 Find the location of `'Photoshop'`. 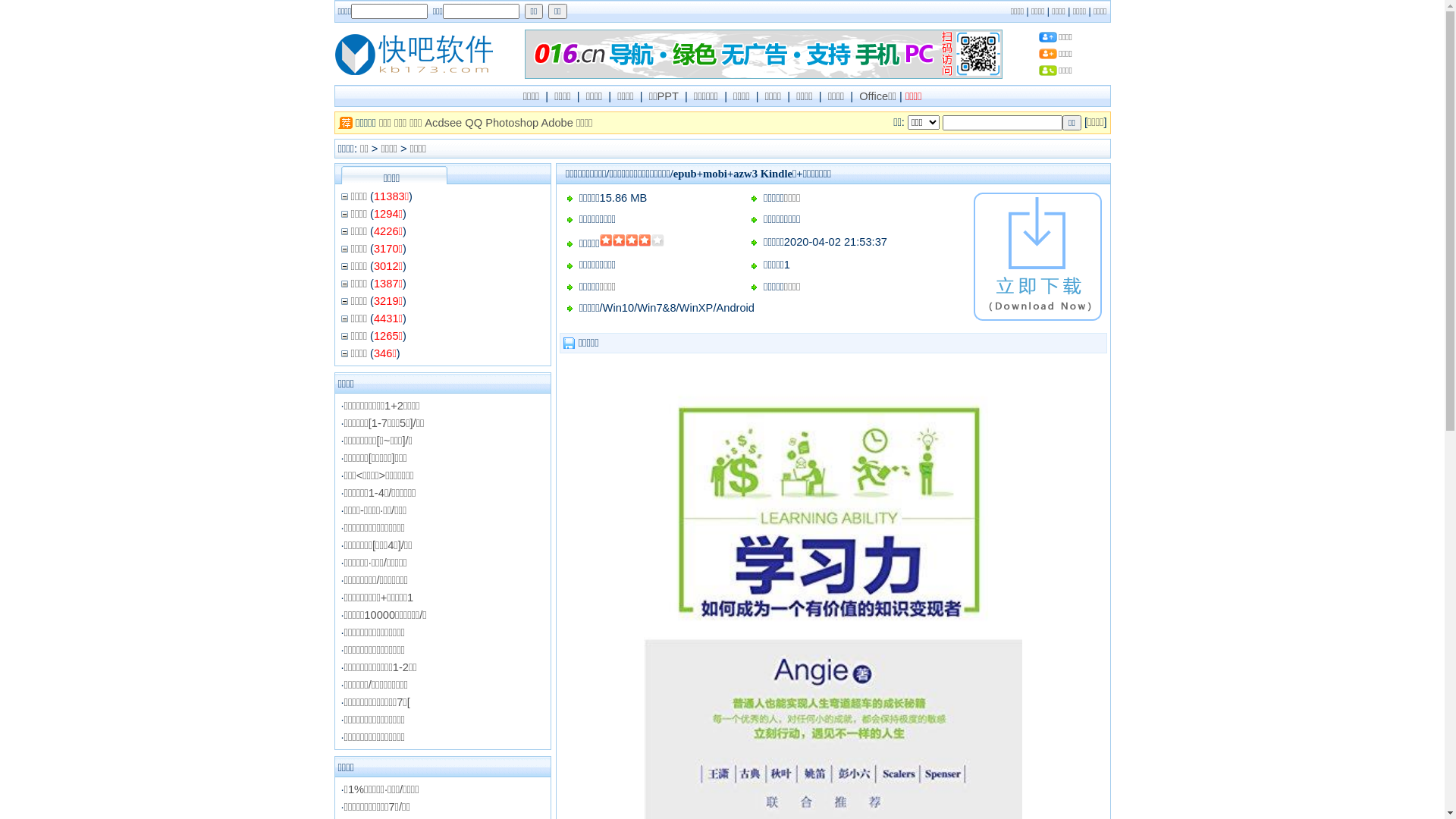

'Photoshop' is located at coordinates (512, 122).